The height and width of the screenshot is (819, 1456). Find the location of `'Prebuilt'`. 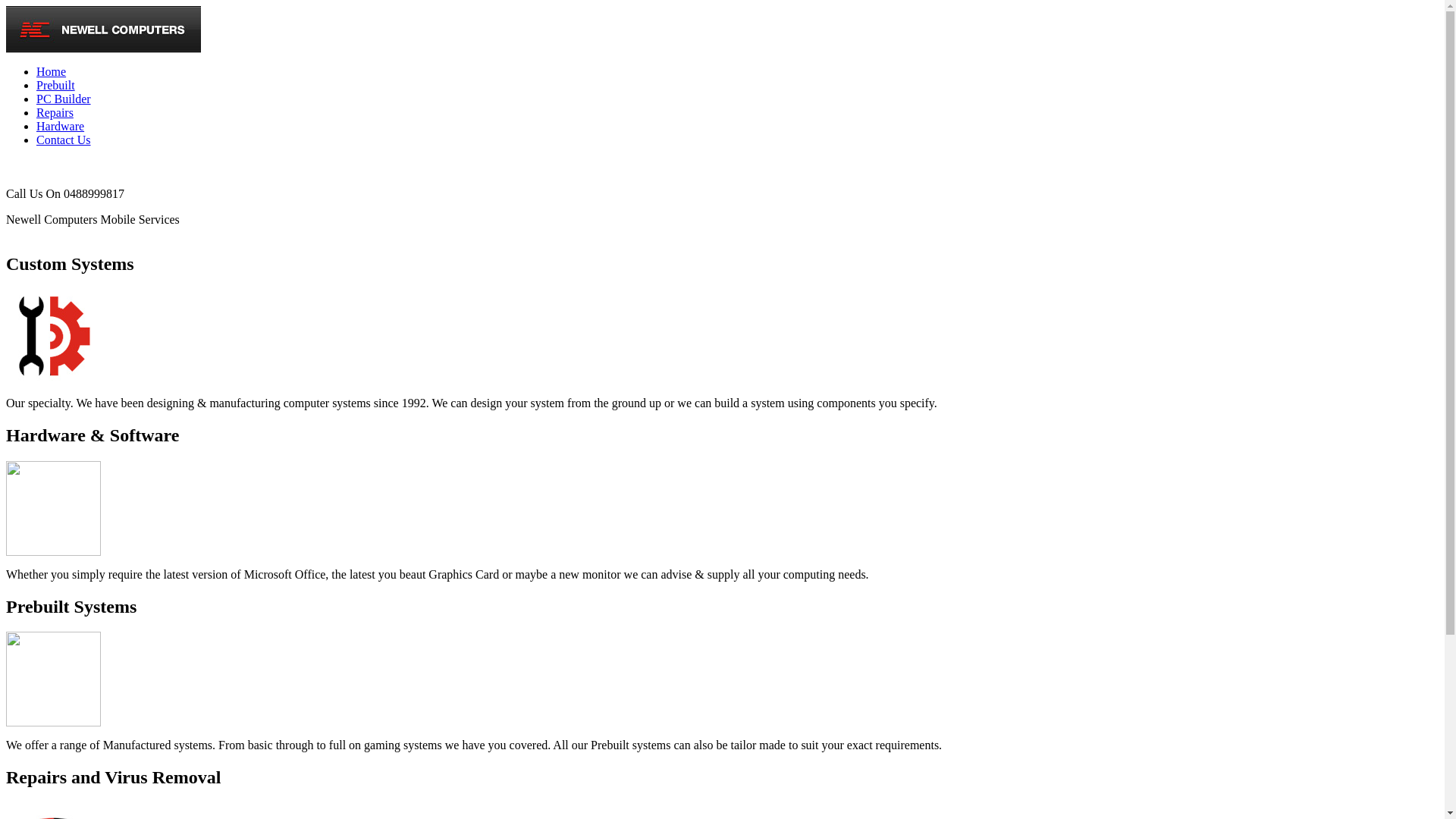

'Prebuilt' is located at coordinates (55, 85).